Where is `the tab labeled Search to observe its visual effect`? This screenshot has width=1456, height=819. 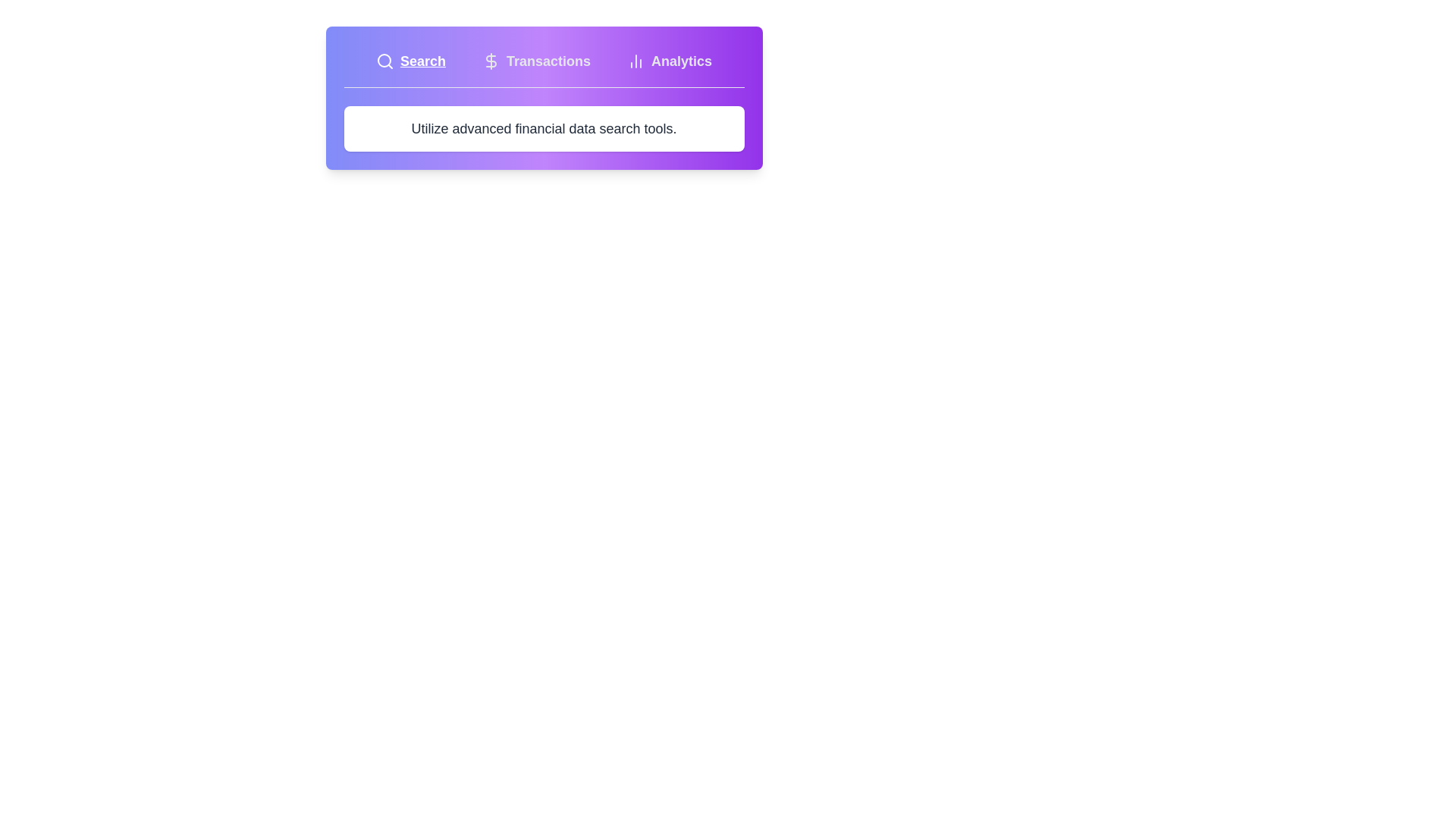
the tab labeled Search to observe its visual effect is located at coordinates (411, 61).